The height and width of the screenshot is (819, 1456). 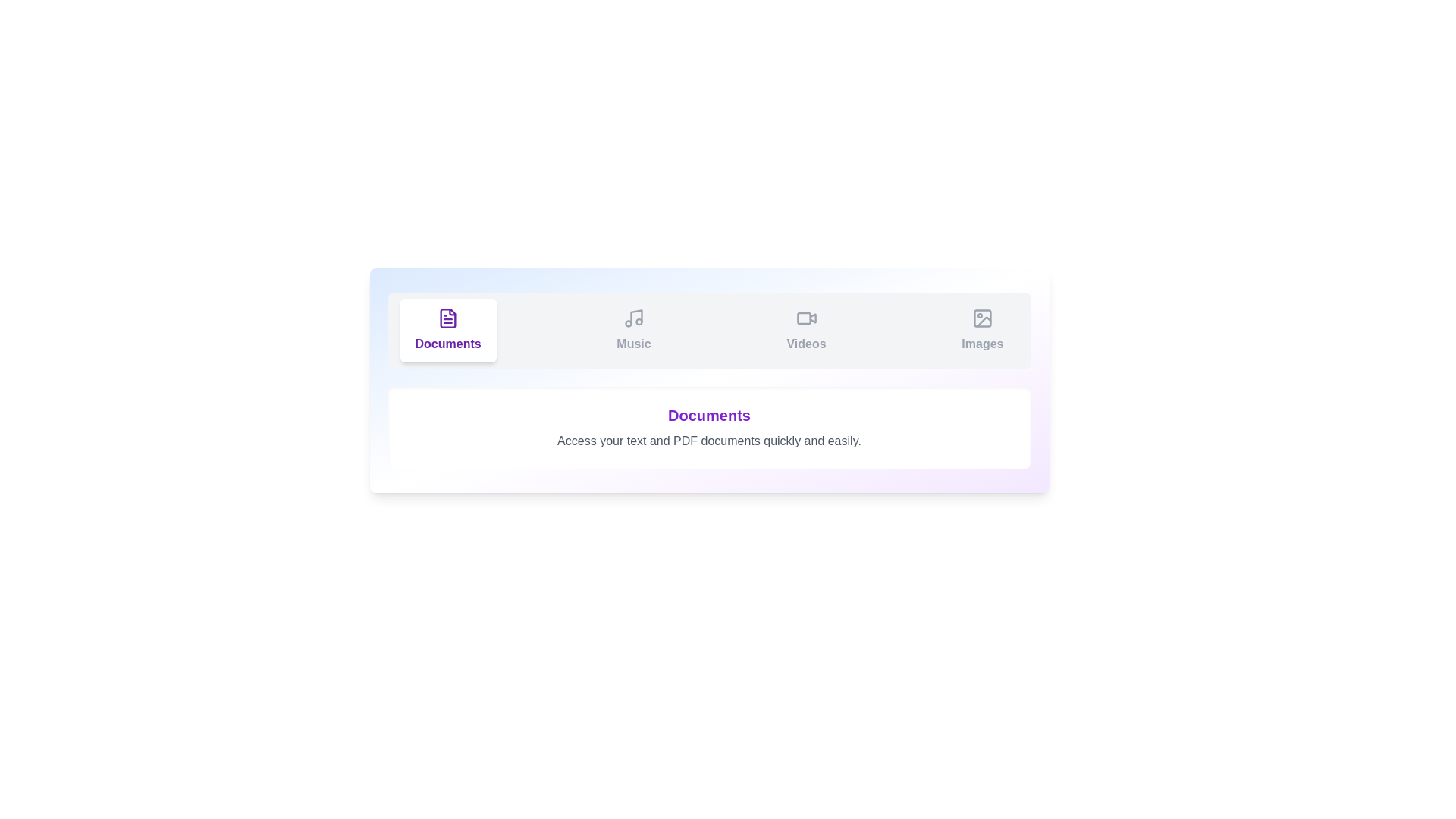 What do you see at coordinates (633, 329) in the screenshot?
I see `the tab labeled Music to view its content` at bounding box center [633, 329].